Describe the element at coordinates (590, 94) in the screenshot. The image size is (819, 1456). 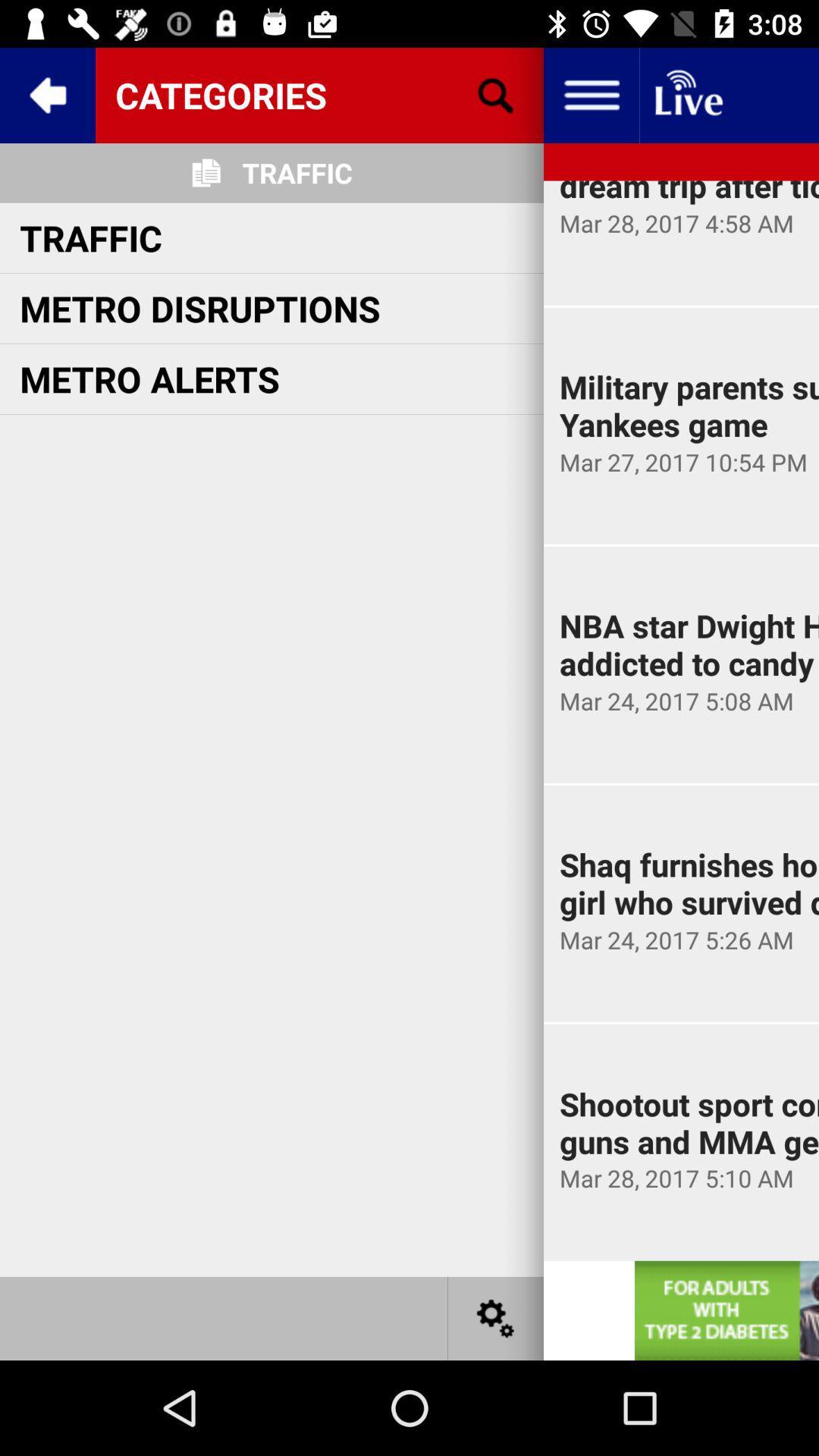
I see `the menu option` at that location.